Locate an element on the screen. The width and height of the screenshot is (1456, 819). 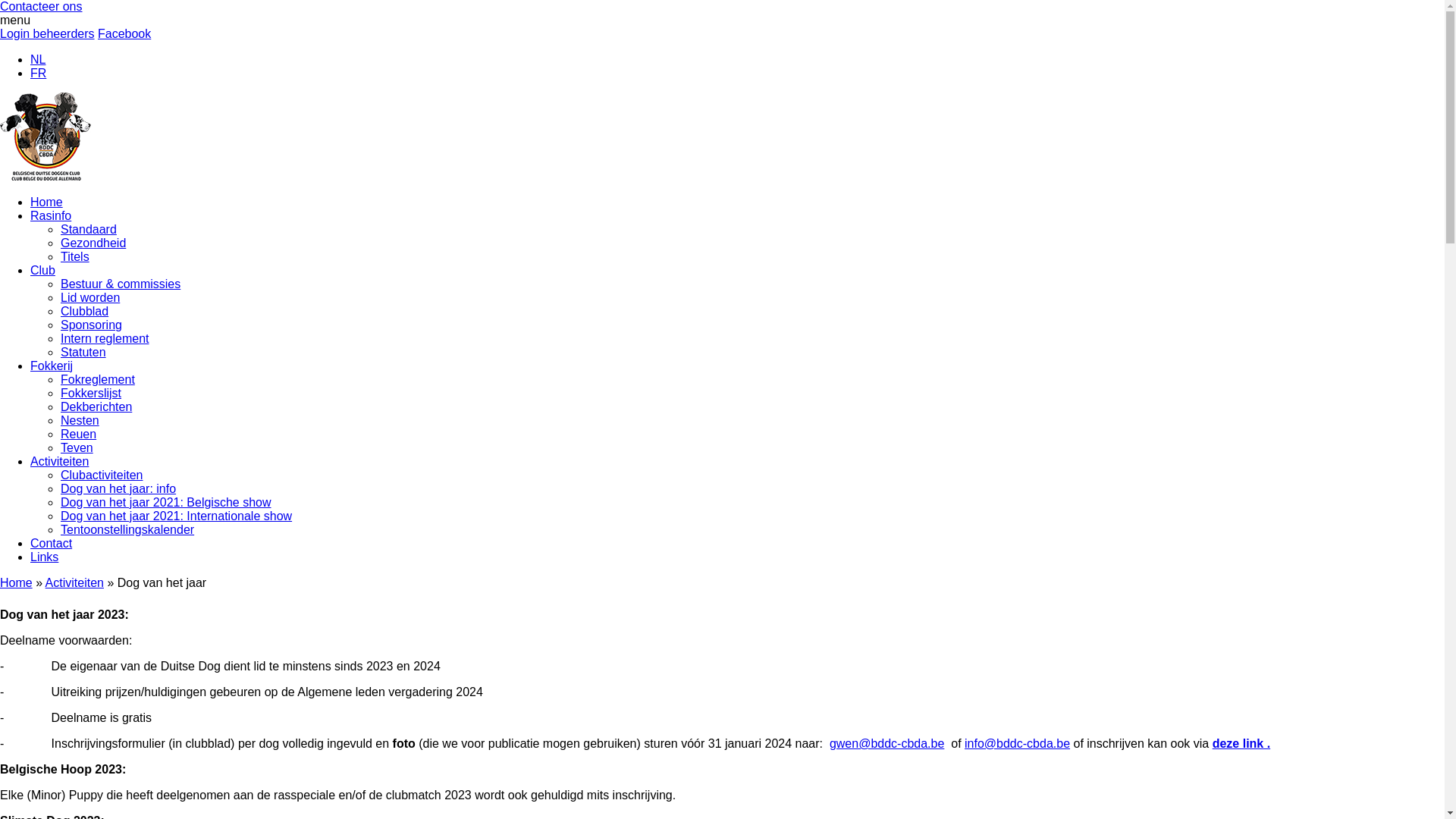
'Gezondheid' is located at coordinates (93, 242).